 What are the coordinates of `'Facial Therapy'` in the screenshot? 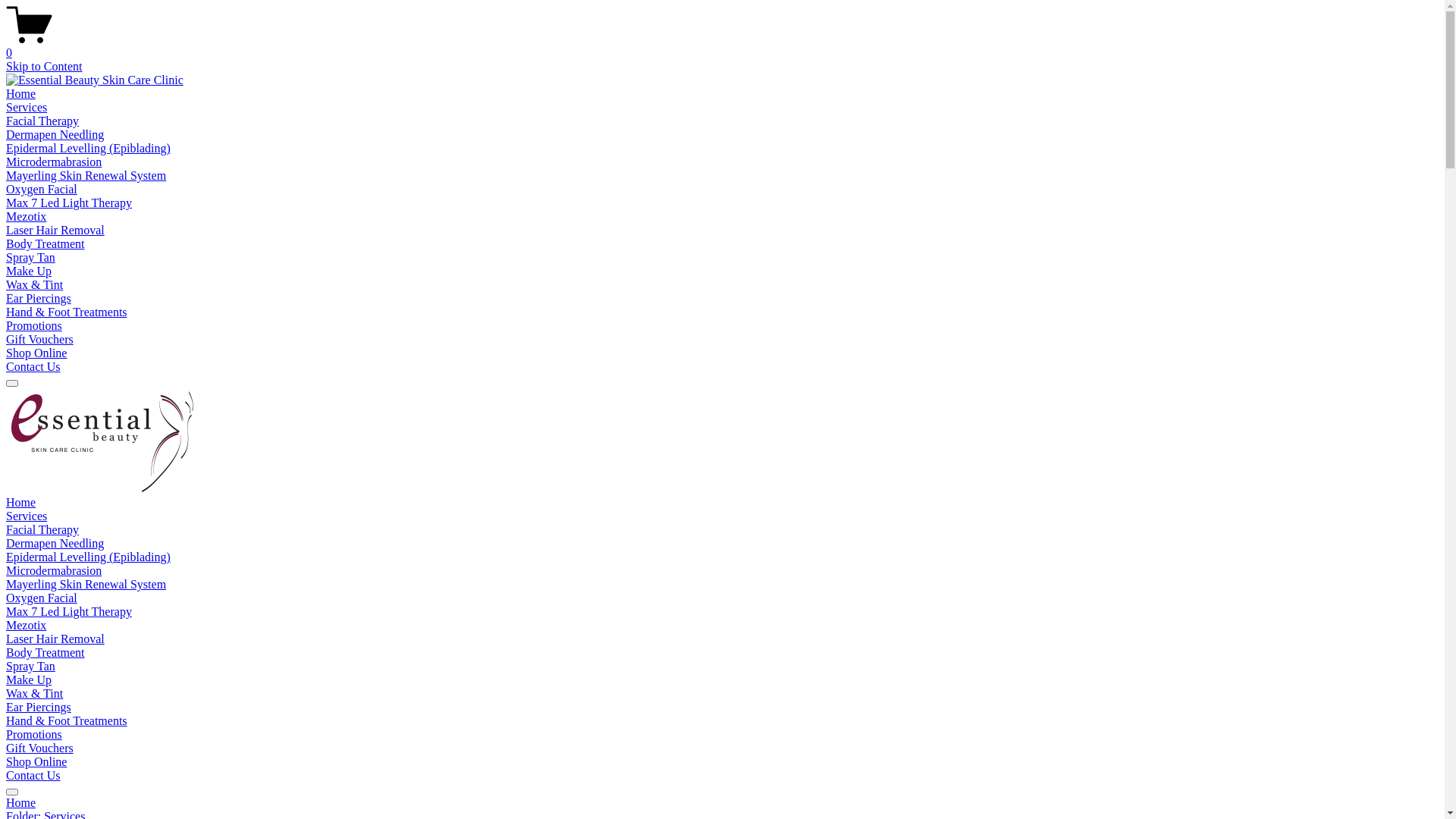 It's located at (42, 120).